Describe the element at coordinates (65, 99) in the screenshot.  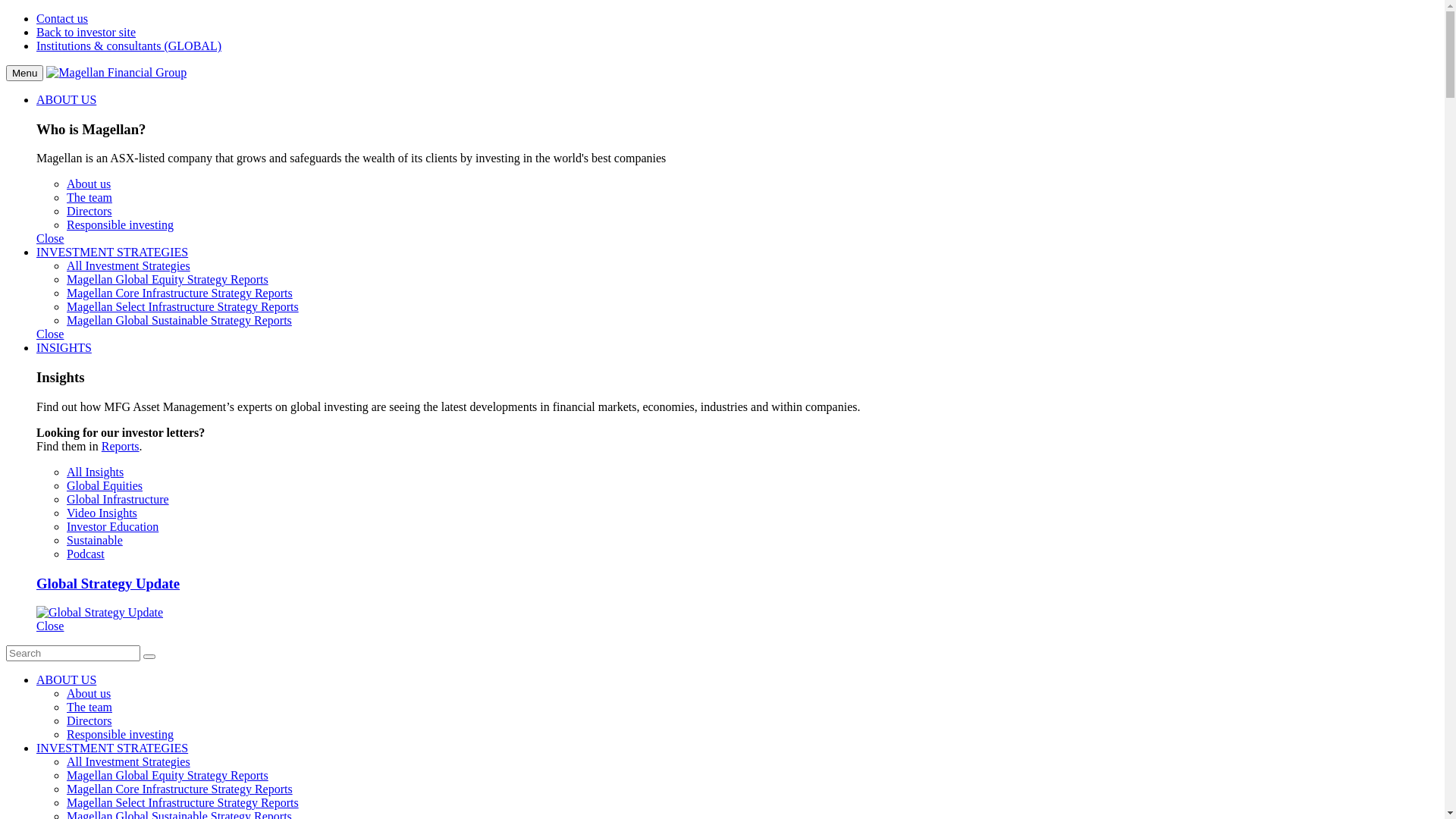
I see `'ABOUT US'` at that location.